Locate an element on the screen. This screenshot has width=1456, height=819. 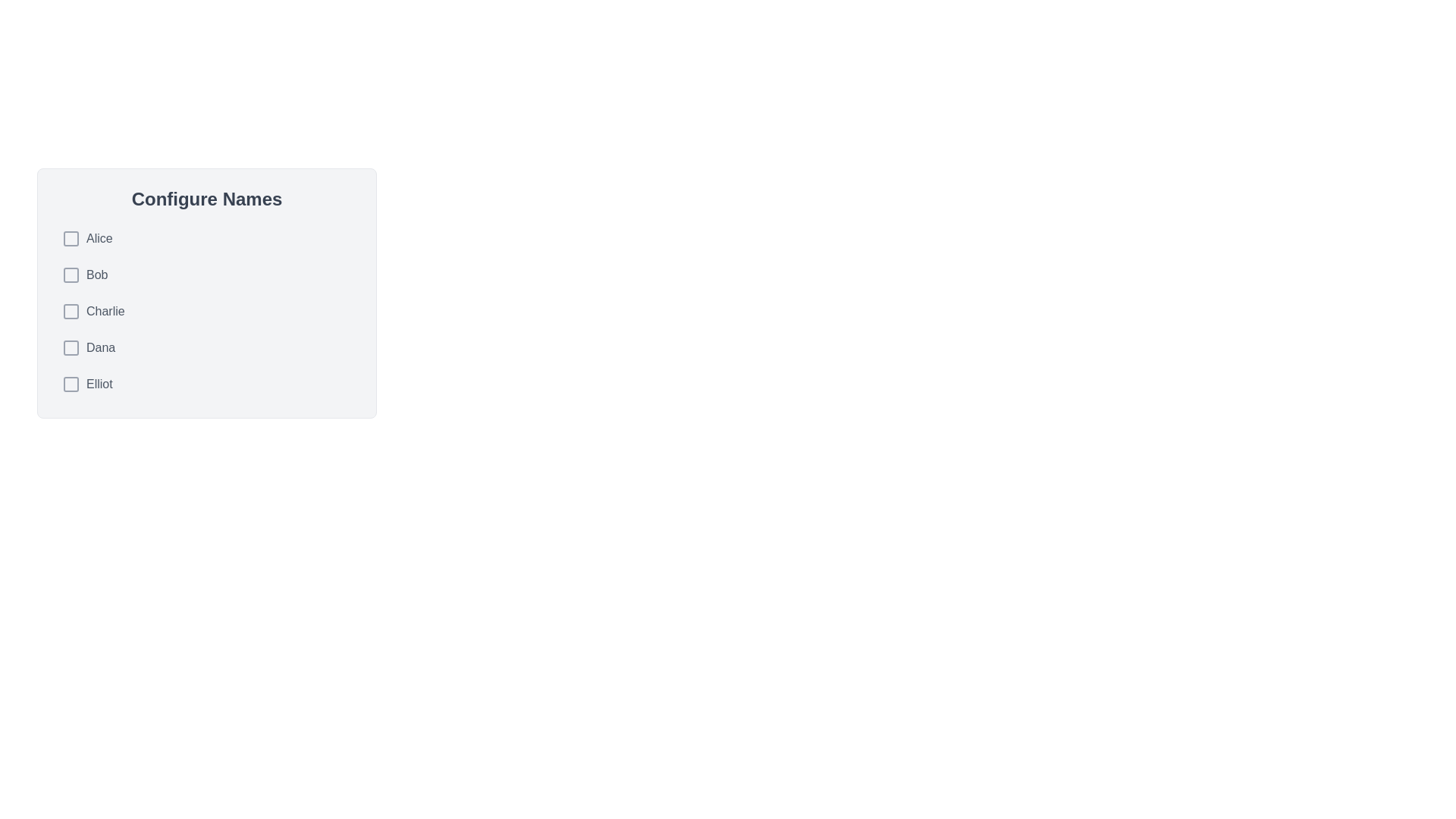
the text element 'Charlie' which is styled in medium-weight font and accompanied by an unchecked checkbox, located in the third position of a vertical list of names is located at coordinates (93, 311).